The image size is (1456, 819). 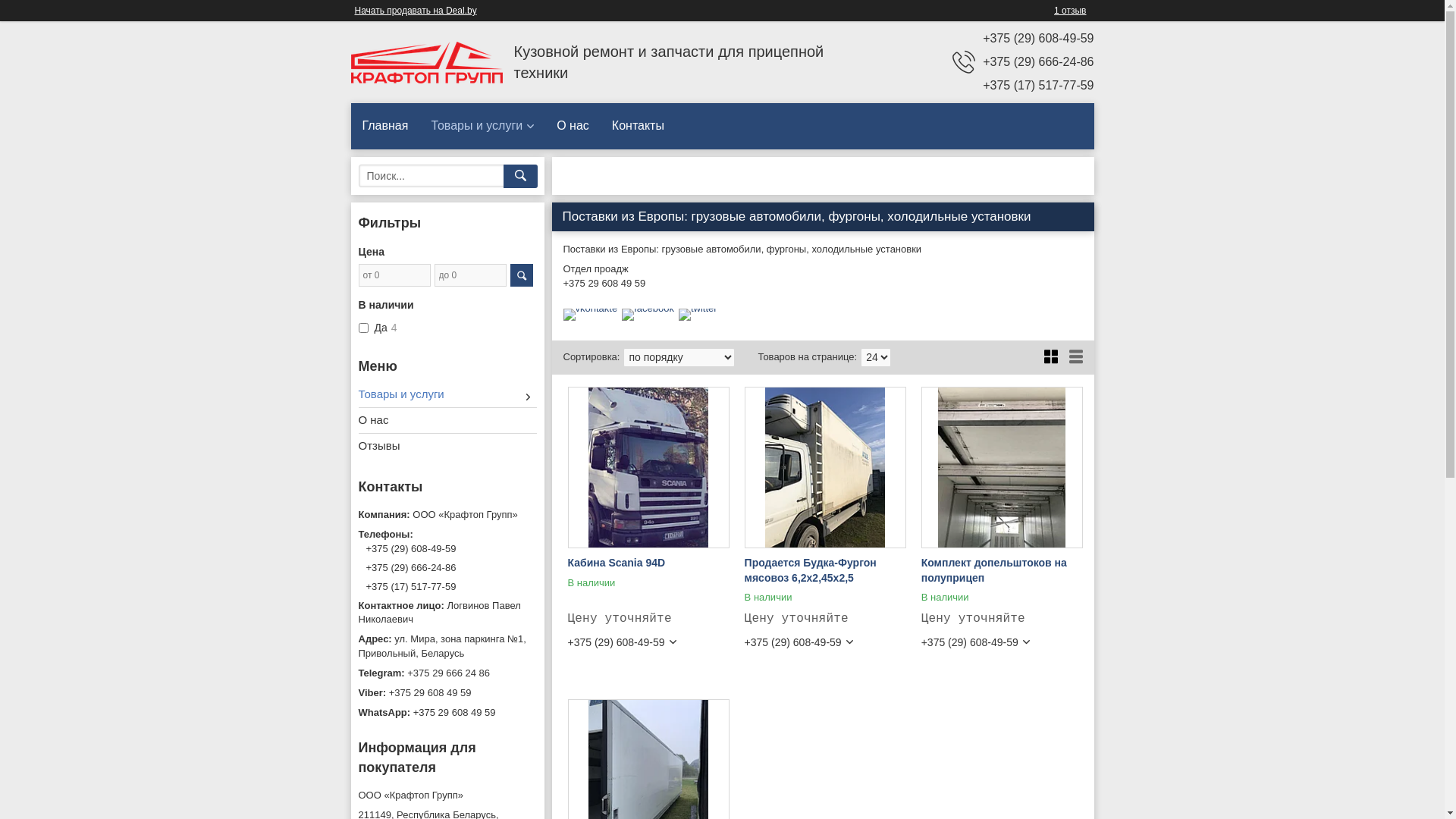 What do you see at coordinates (697, 307) in the screenshot?
I see `'twitter'` at bounding box center [697, 307].